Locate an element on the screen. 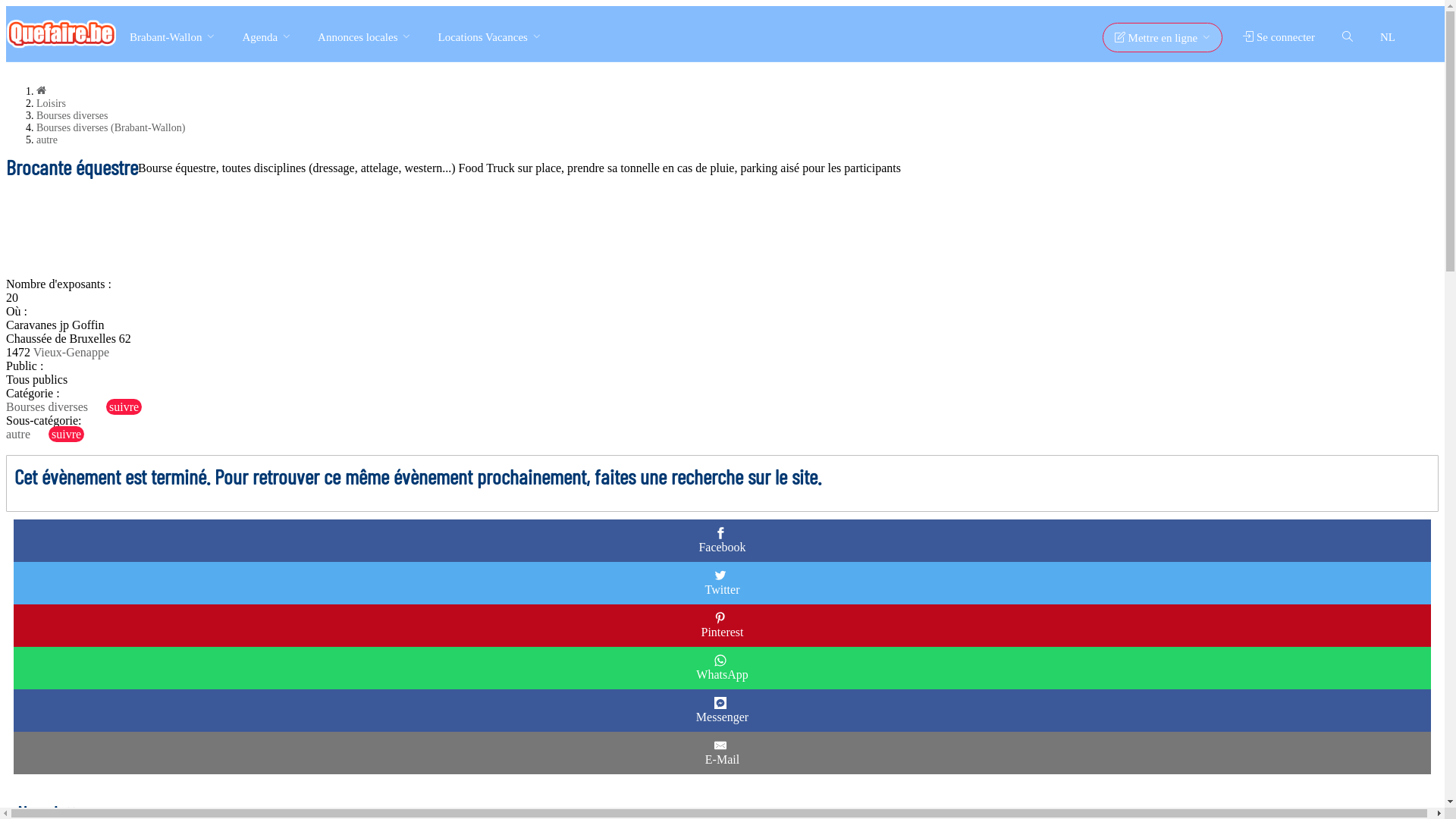 The image size is (1456, 819). 'suivre' is located at coordinates (105, 406).